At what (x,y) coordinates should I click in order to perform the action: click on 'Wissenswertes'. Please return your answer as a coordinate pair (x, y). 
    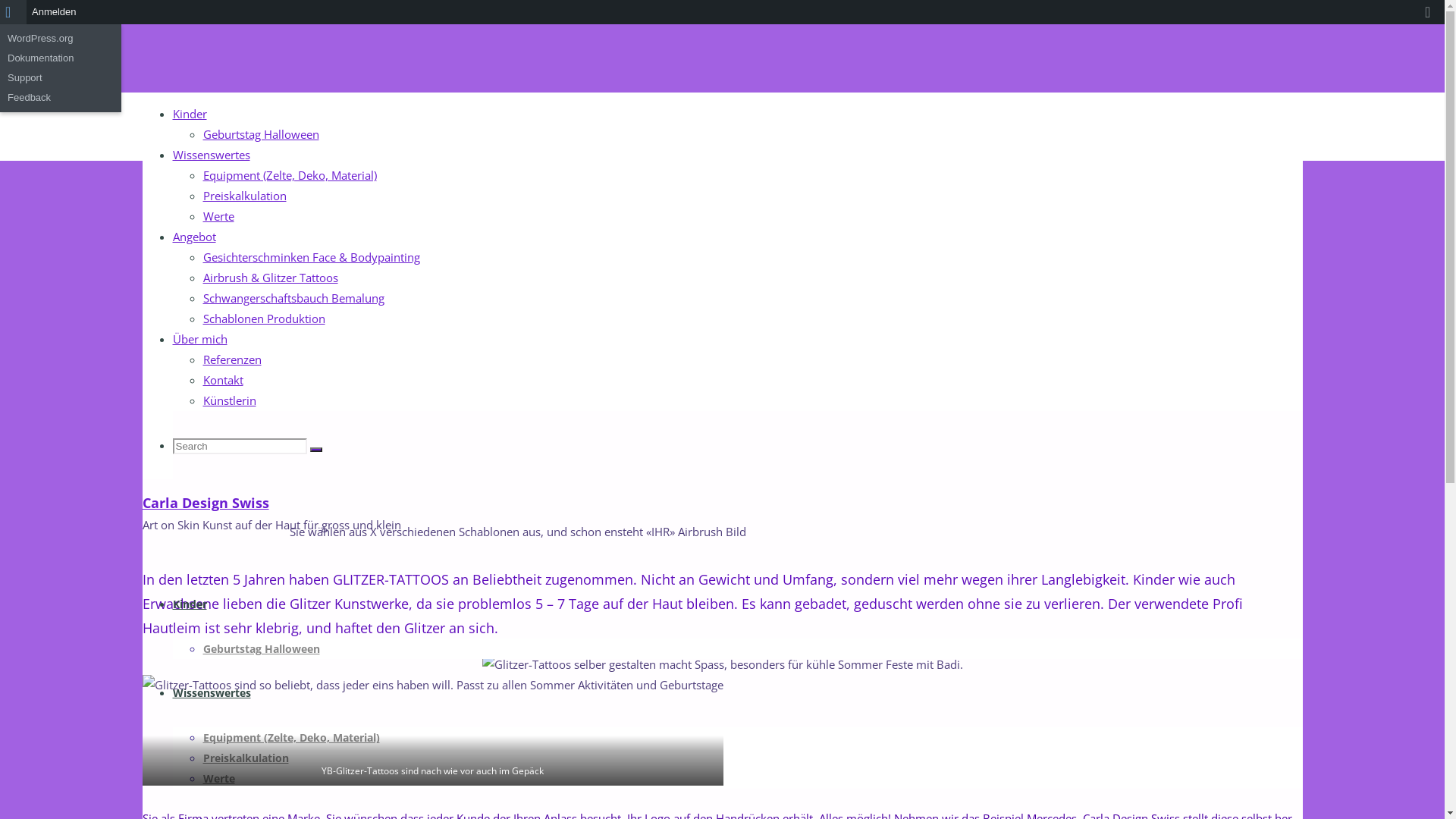
    Looking at the image, I should click on (210, 155).